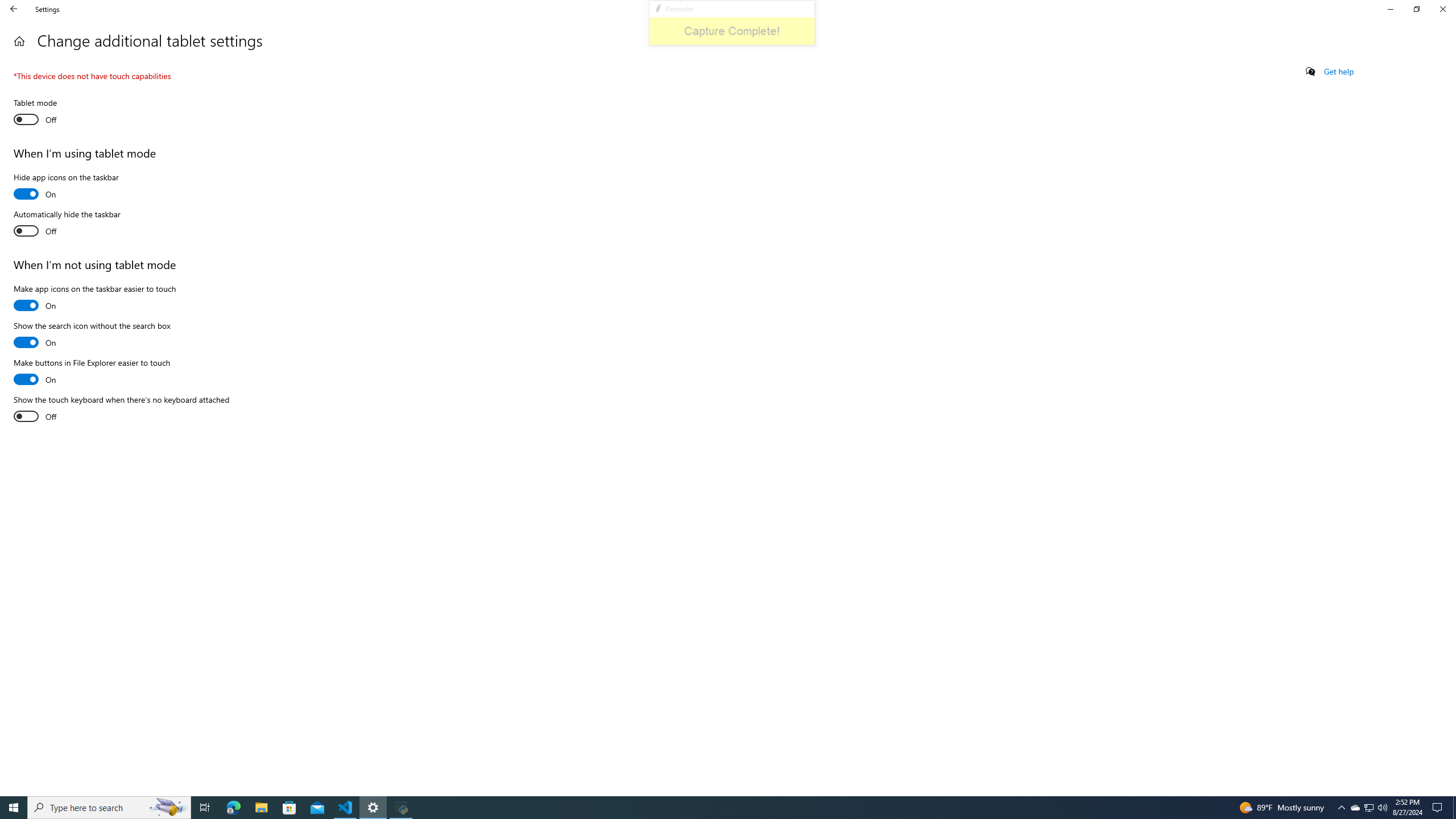  Describe the element at coordinates (19, 41) in the screenshot. I see `'Home'` at that location.